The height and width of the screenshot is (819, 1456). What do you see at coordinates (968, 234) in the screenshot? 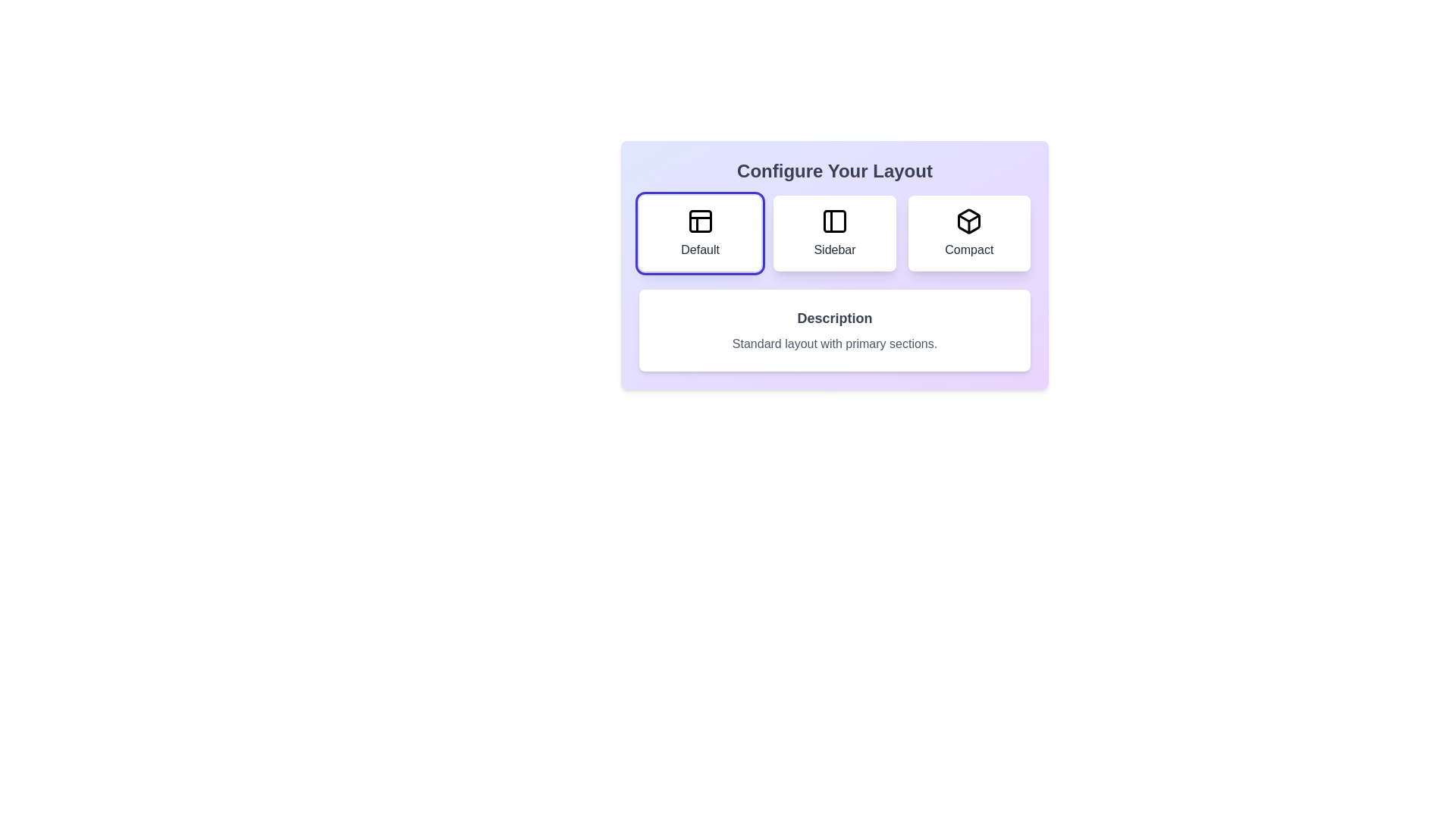
I see `the layout by clicking the button labeled Compact` at bounding box center [968, 234].